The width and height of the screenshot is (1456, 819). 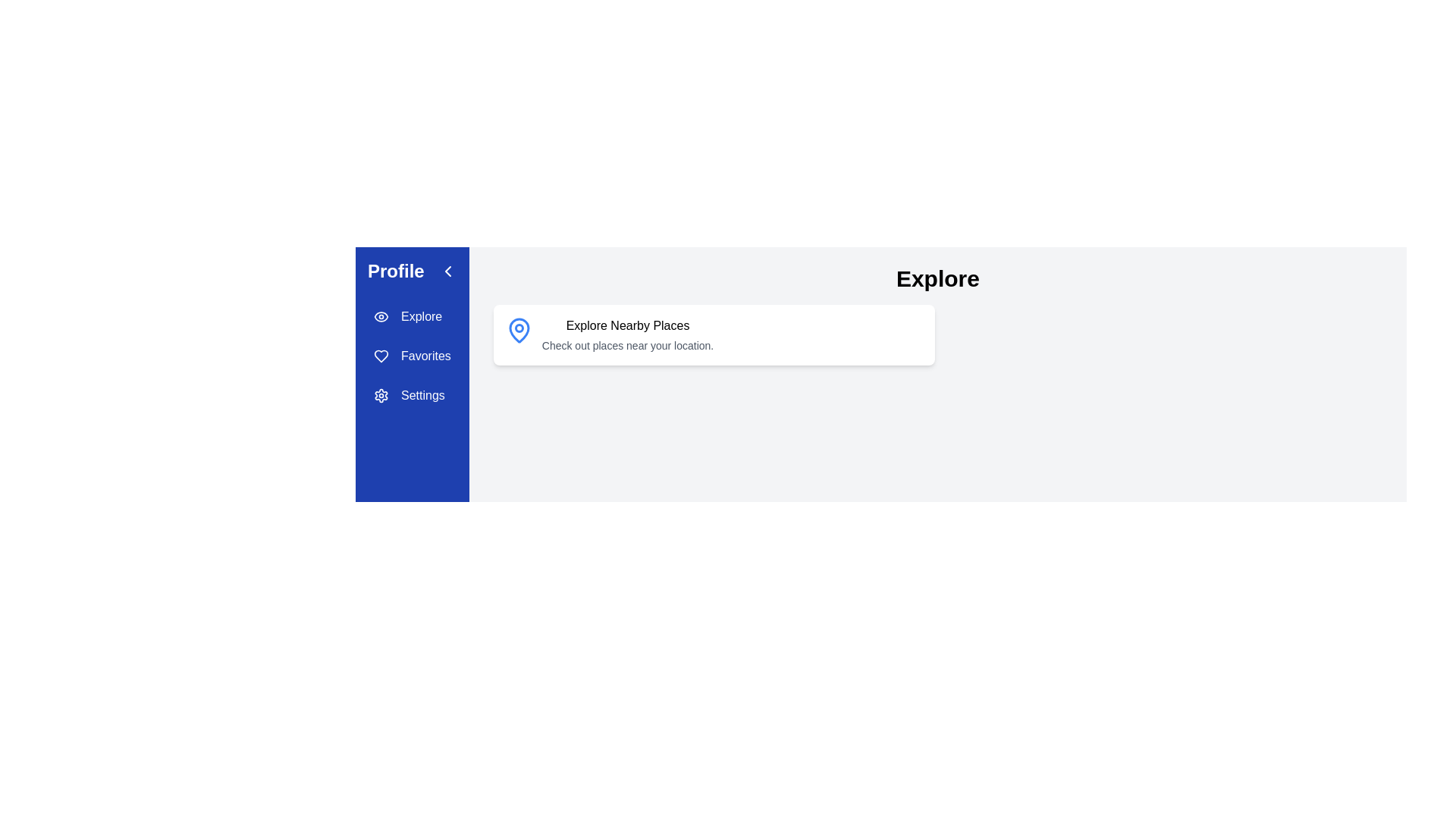 What do you see at coordinates (447, 271) in the screenshot?
I see `the Chevron icon located at the top-right corner of the blue sidebar section, positioned directly to the right of the 'Profile' title text` at bounding box center [447, 271].